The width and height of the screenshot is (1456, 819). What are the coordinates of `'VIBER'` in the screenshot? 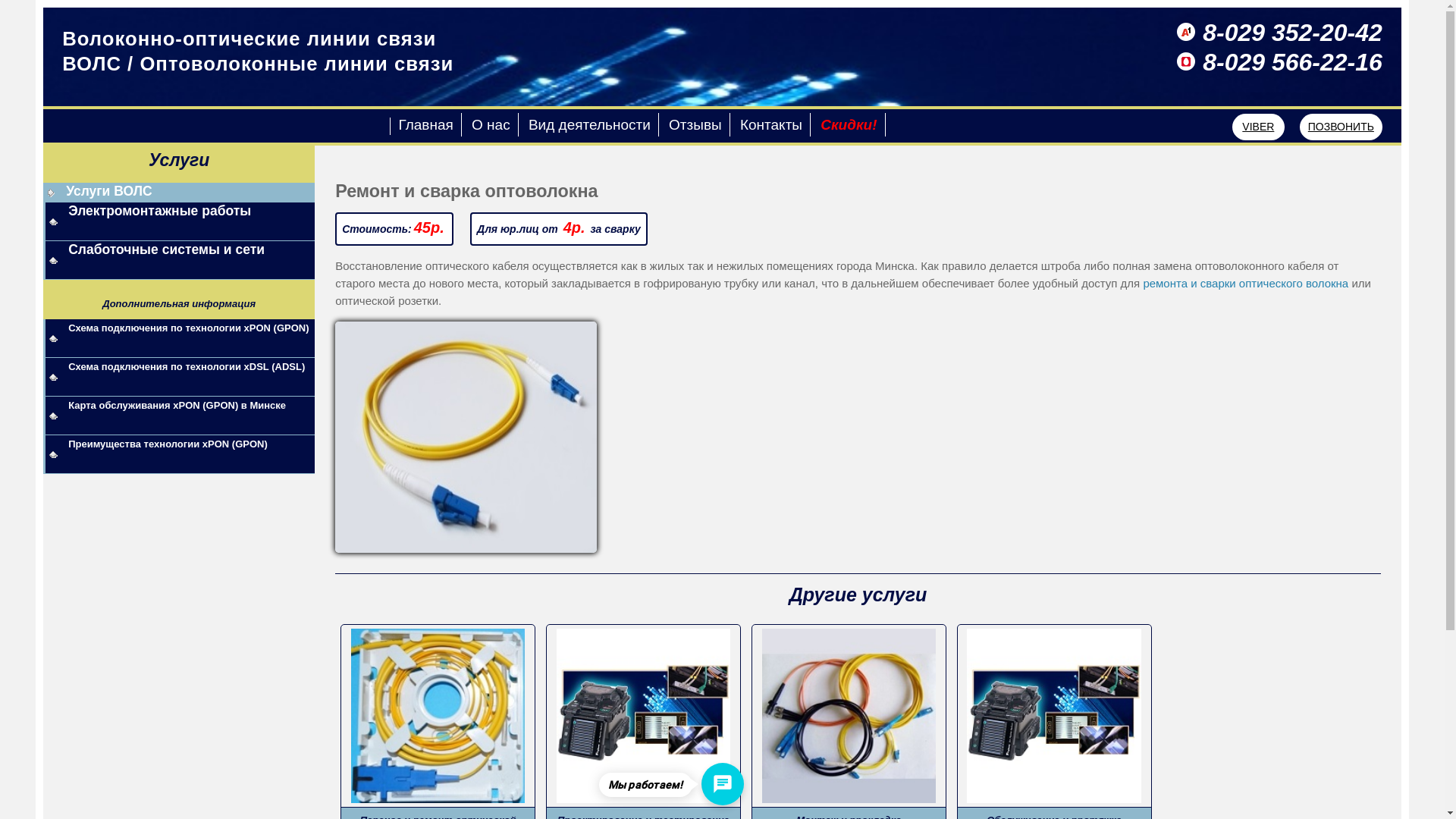 It's located at (1232, 126).